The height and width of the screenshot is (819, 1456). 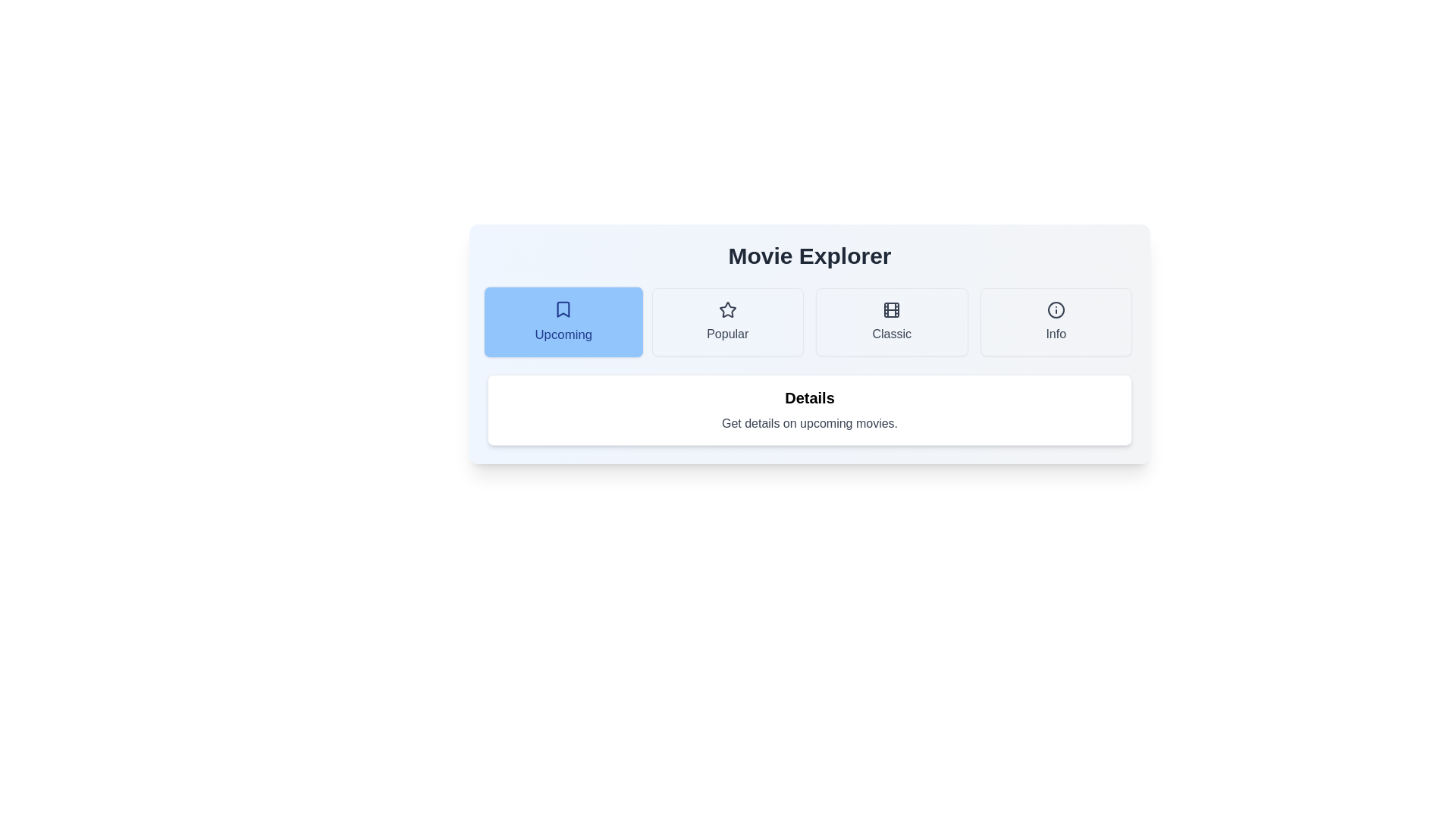 I want to click on the bookmark icon located on the leftmost side of the row of icons at the top of the blue card labeled 'Upcoming'. It is the first icon in the sequence, positioned above the 'Upcoming' text, so click(x=563, y=309).